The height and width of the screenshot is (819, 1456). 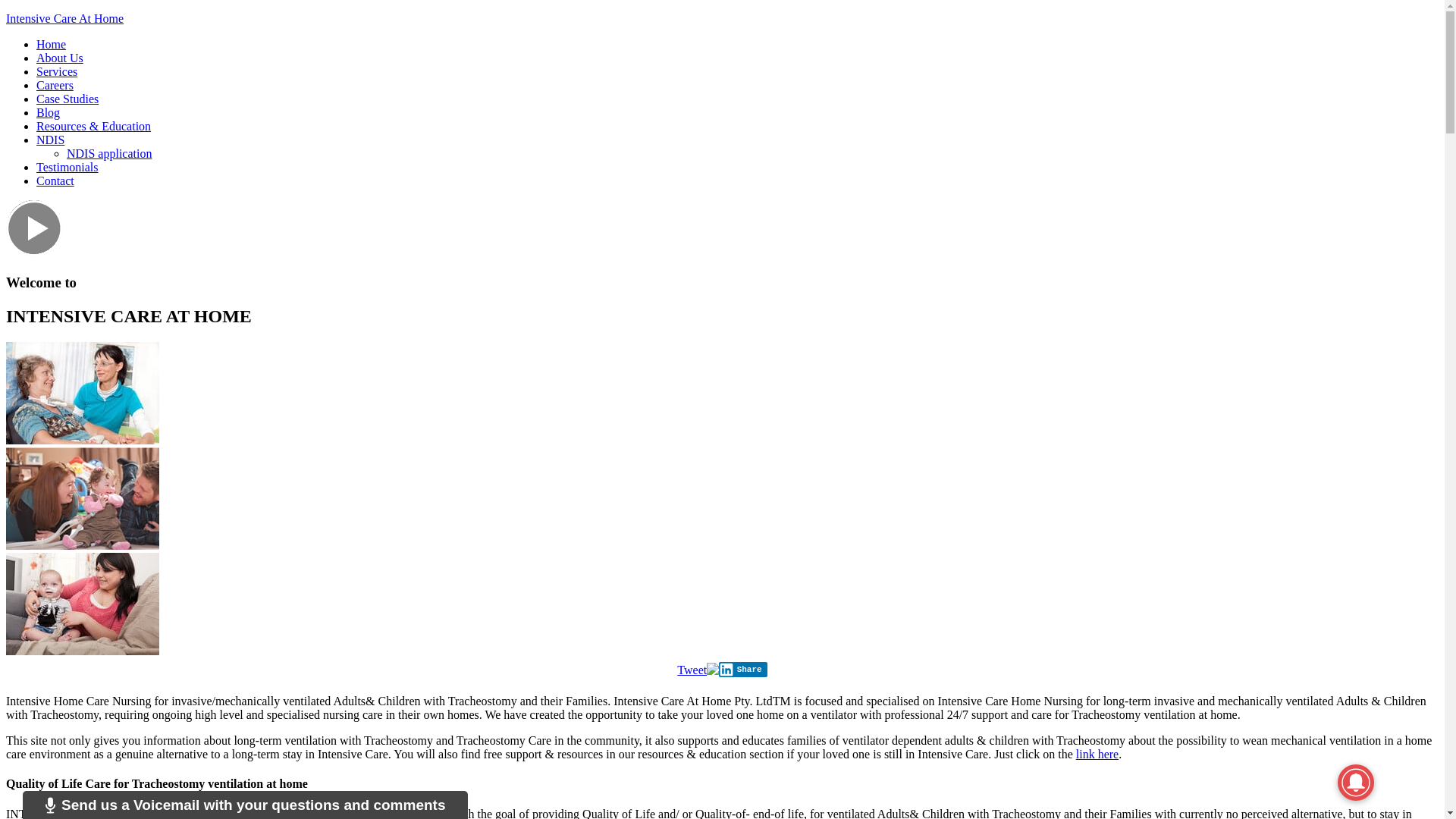 What do you see at coordinates (93, 125) in the screenshot?
I see `'Resources & Education'` at bounding box center [93, 125].